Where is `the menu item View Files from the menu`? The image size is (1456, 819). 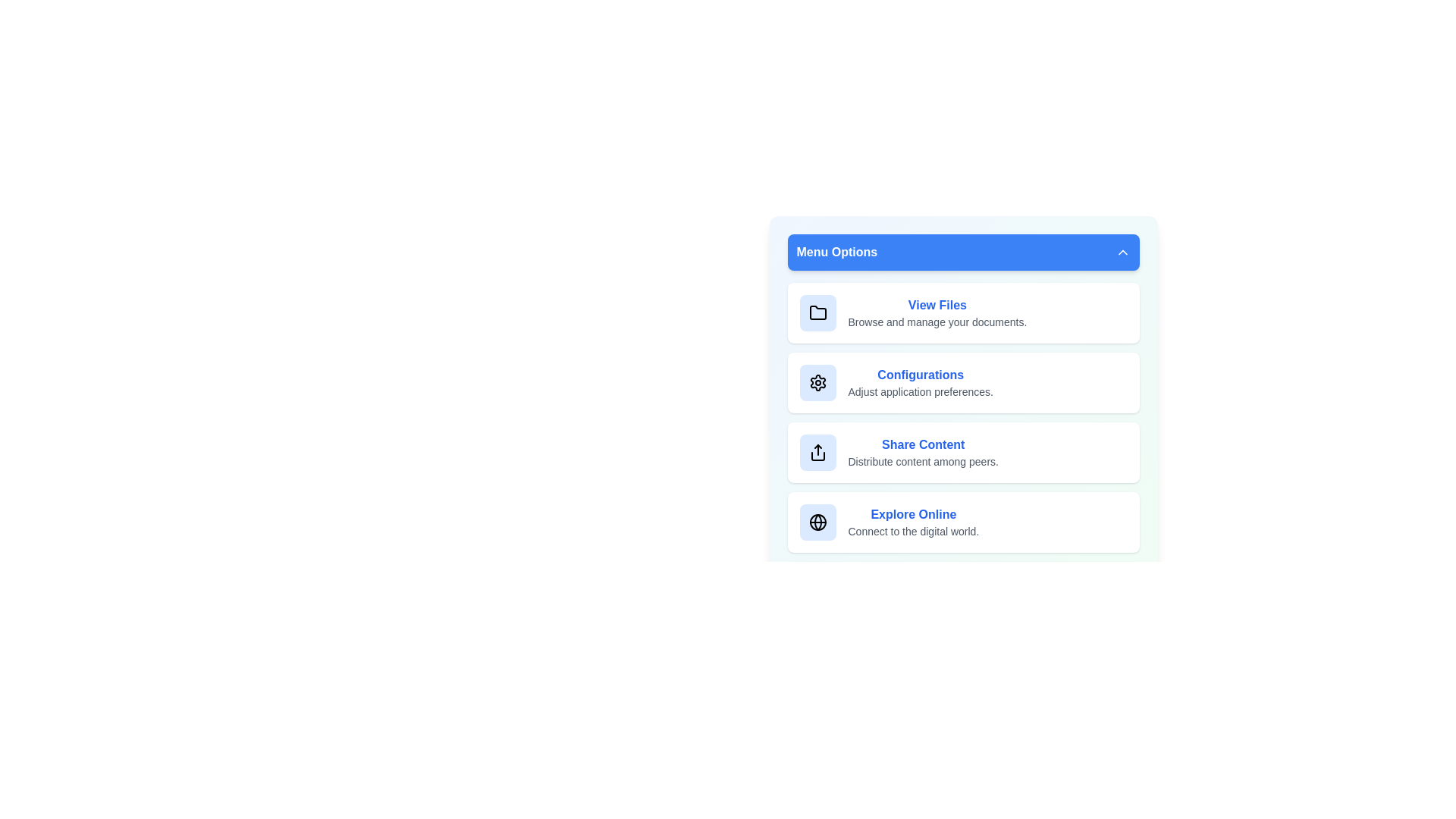
the menu item View Files from the menu is located at coordinates (962, 312).